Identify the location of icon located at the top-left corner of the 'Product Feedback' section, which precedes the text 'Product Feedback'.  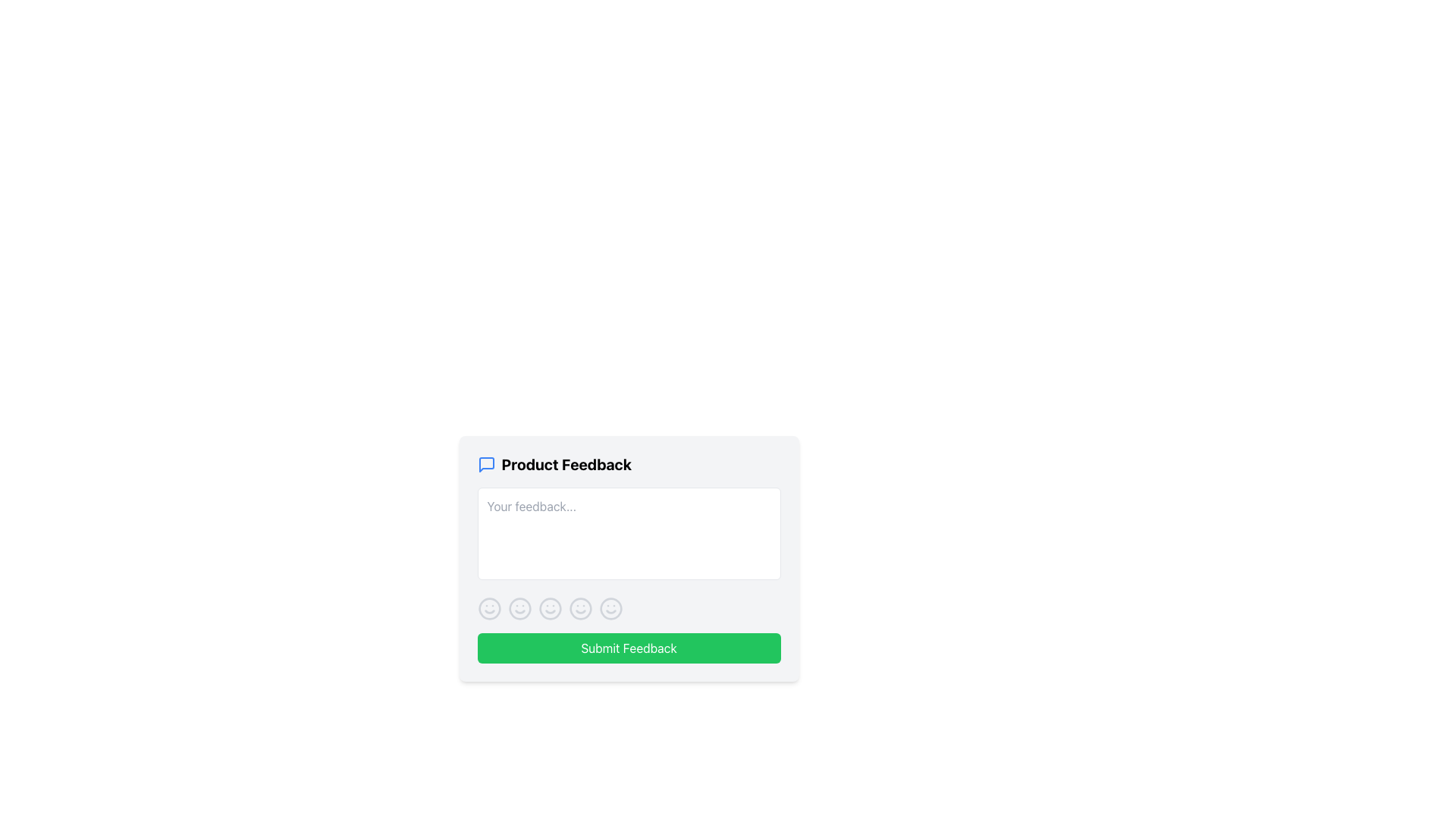
(486, 464).